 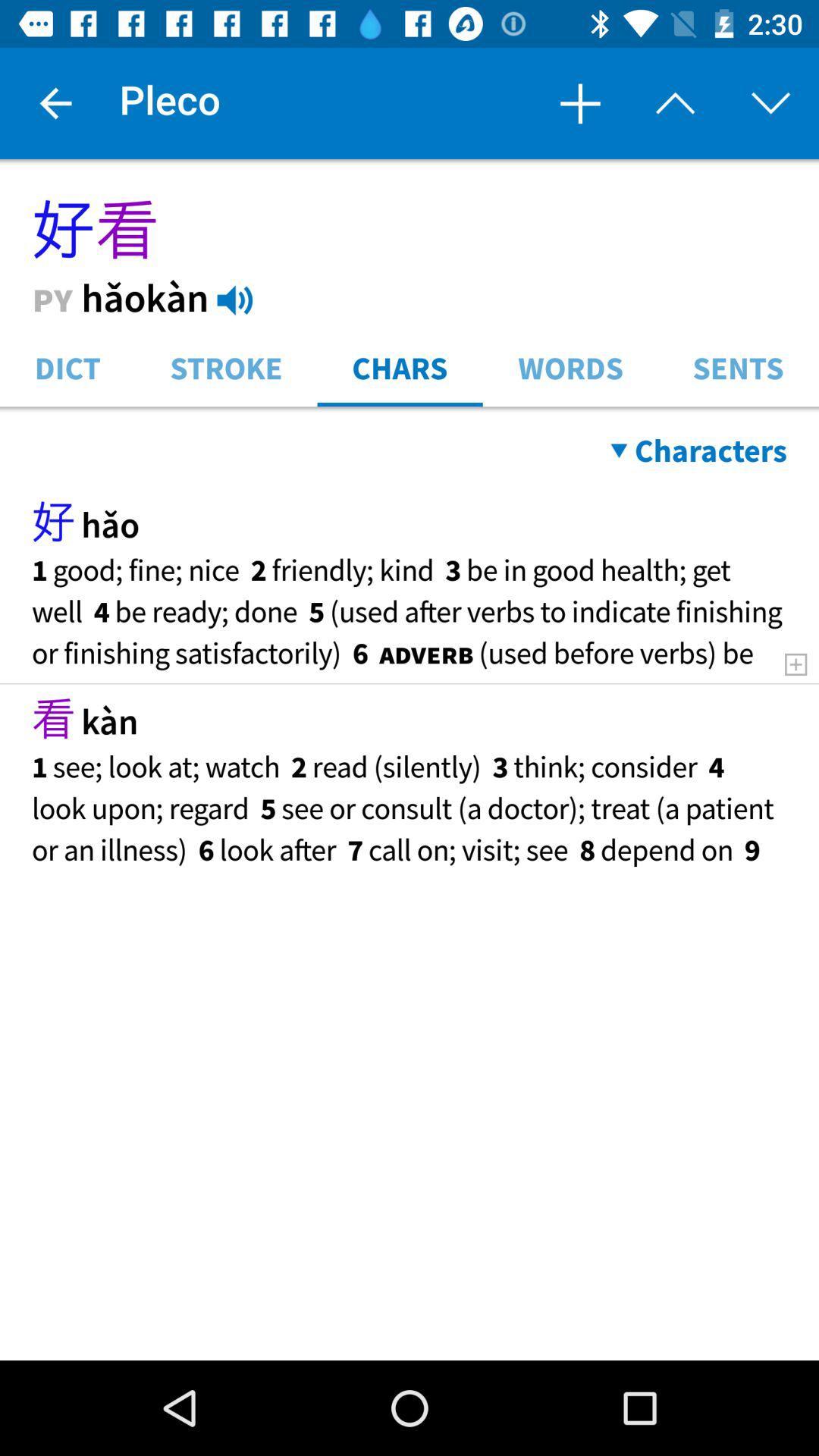 What do you see at coordinates (698, 450) in the screenshot?
I see `characters` at bounding box center [698, 450].